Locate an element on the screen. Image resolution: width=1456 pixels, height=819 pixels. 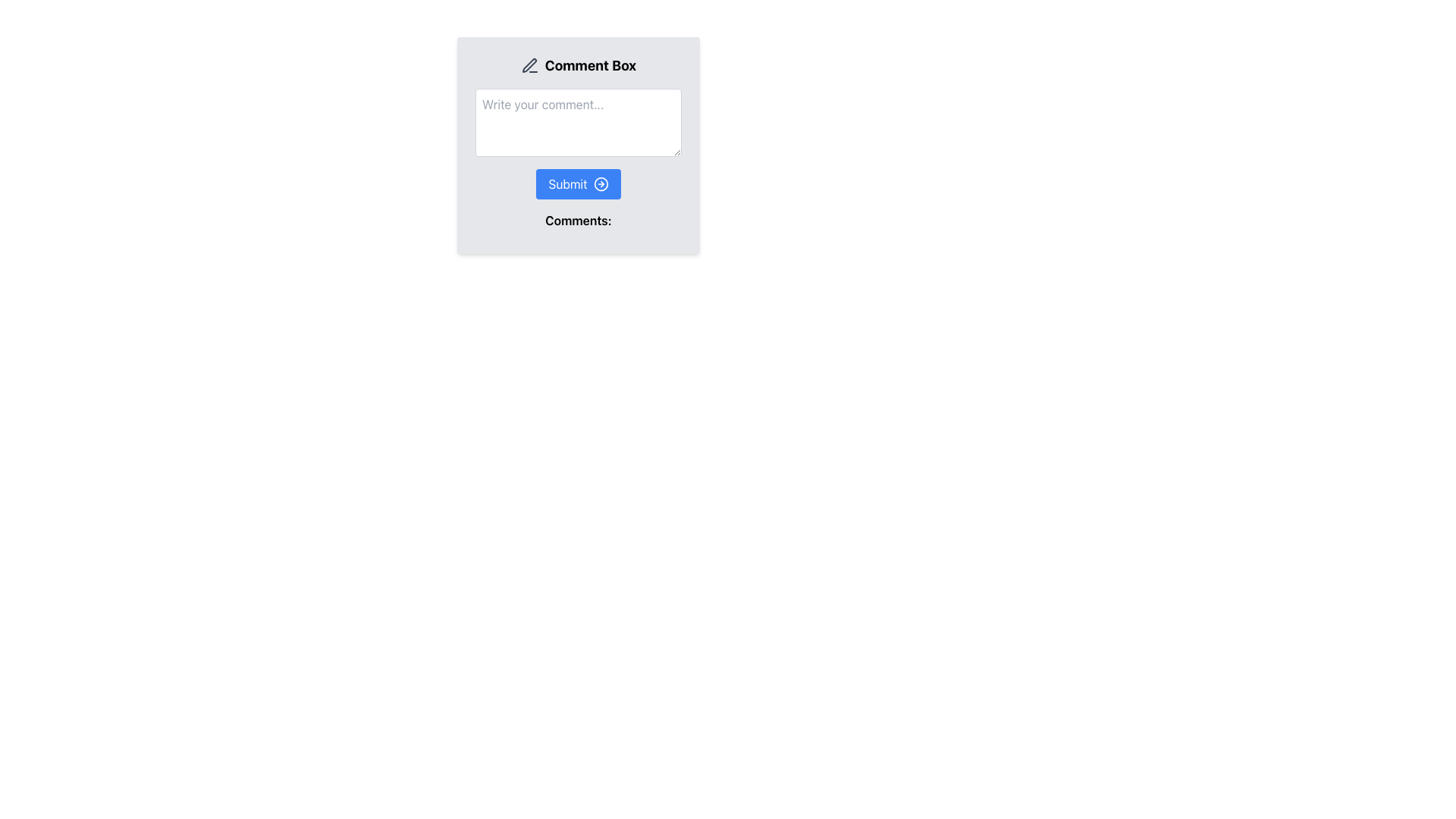
label text of the 'Submit' button which is centrally positioned within the blue button containing the text 'Submit' and an arrow icon is located at coordinates (566, 184).